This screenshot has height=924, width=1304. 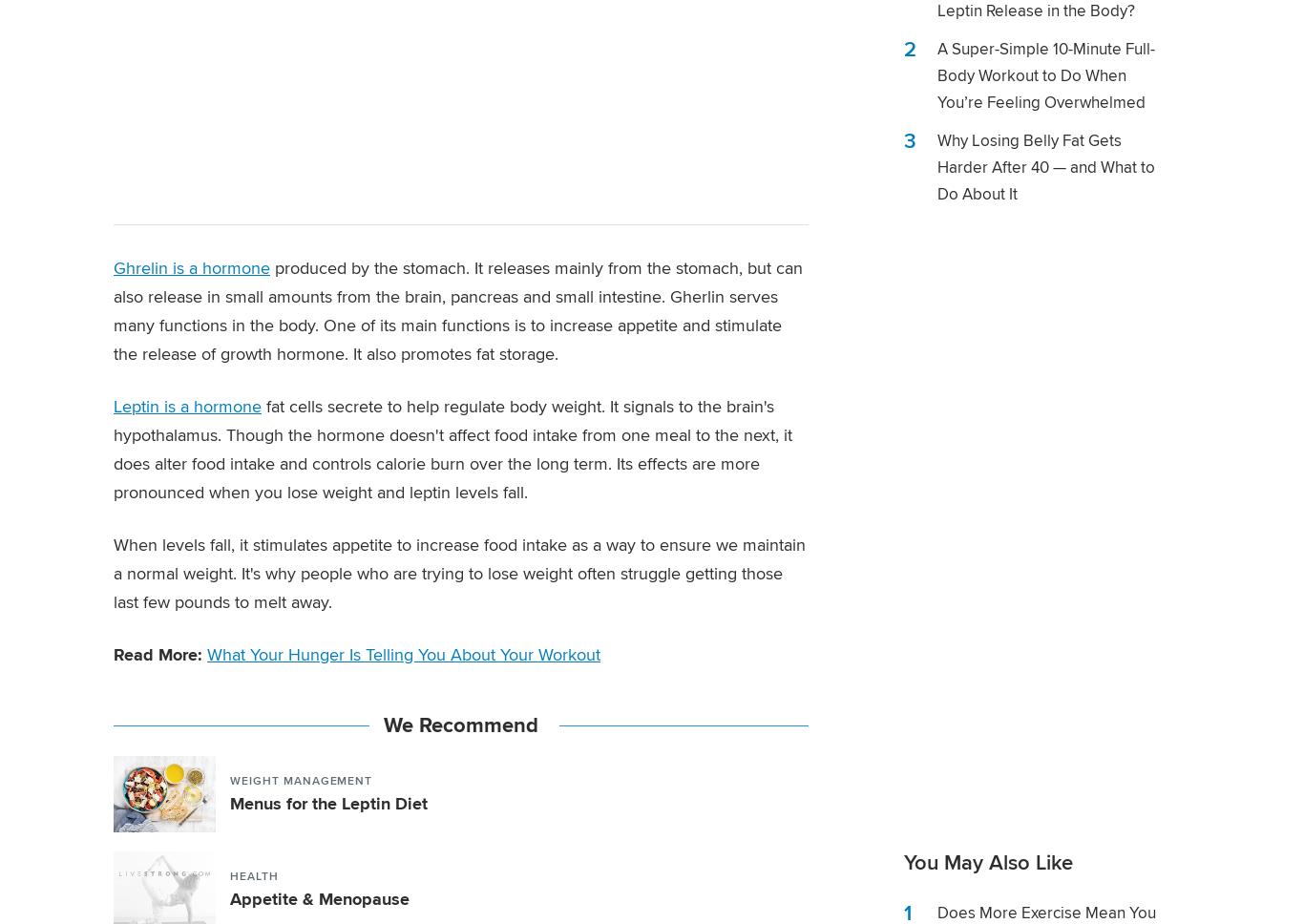 I want to click on '3', so click(x=910, y=139).